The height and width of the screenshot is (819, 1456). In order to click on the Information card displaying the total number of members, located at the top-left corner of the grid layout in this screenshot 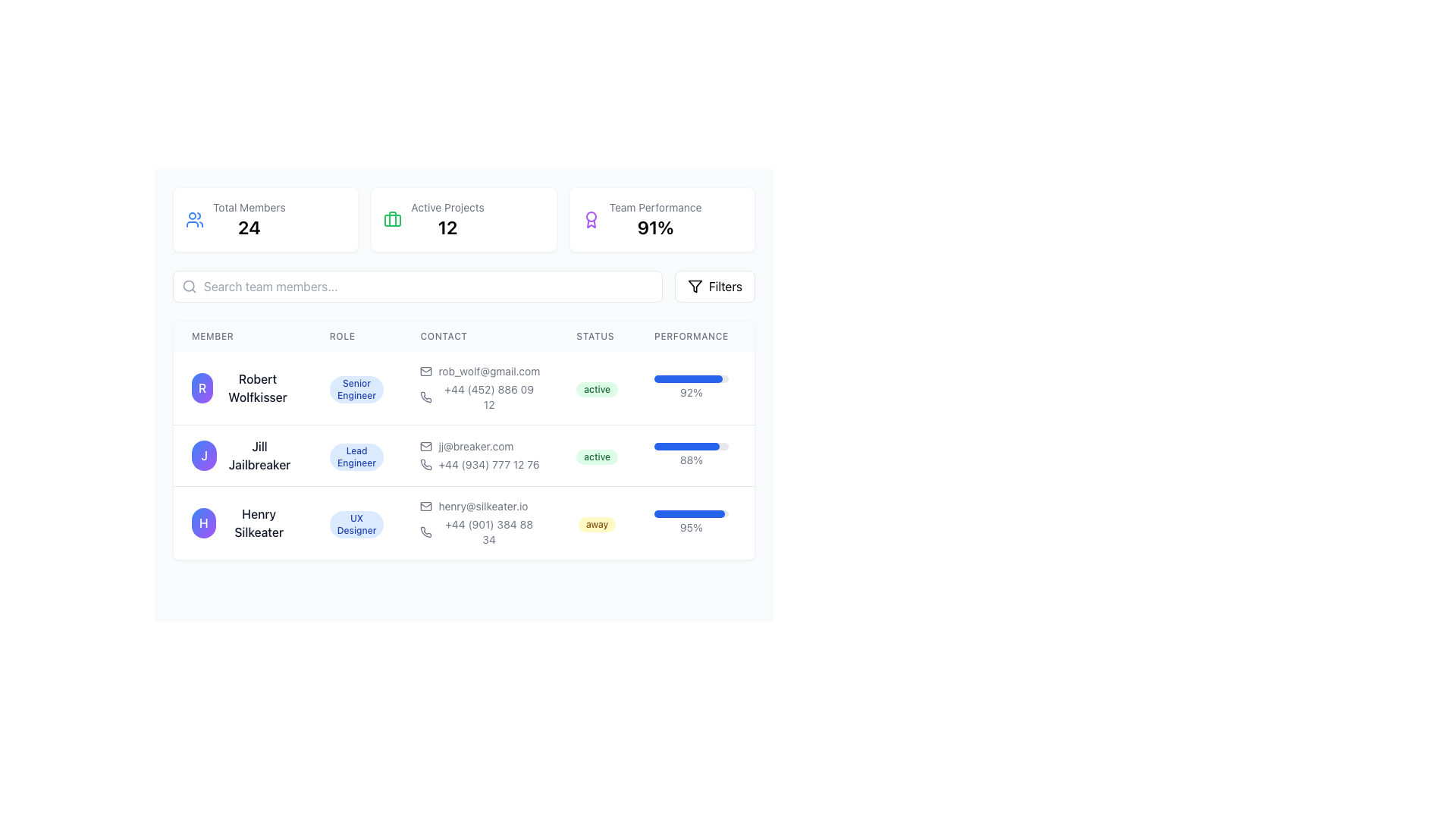, I will do `click(265, 219)`.